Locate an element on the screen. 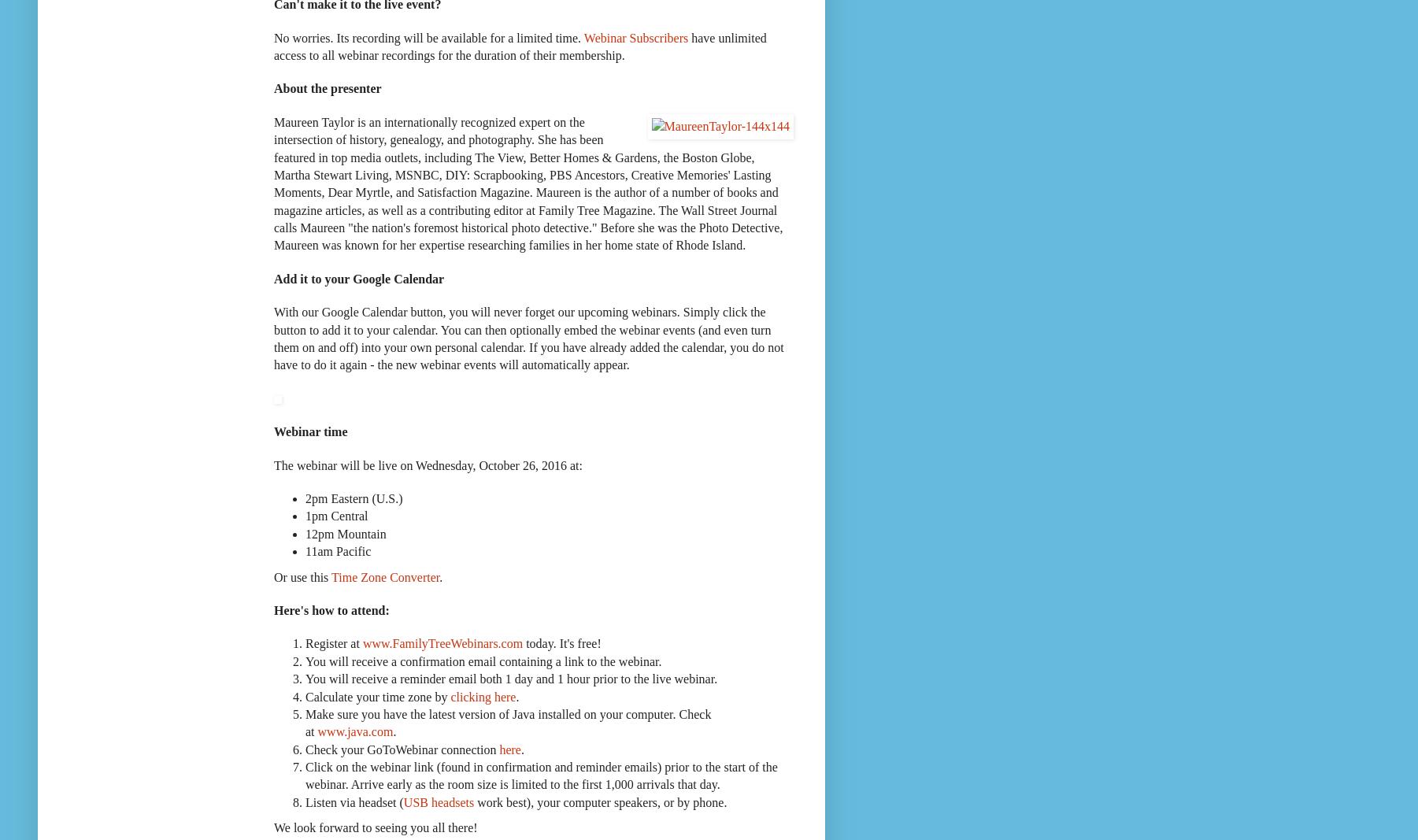  'You will receive a confirmation email containing a link to the webinar.' is located at coordinates (305, 660).